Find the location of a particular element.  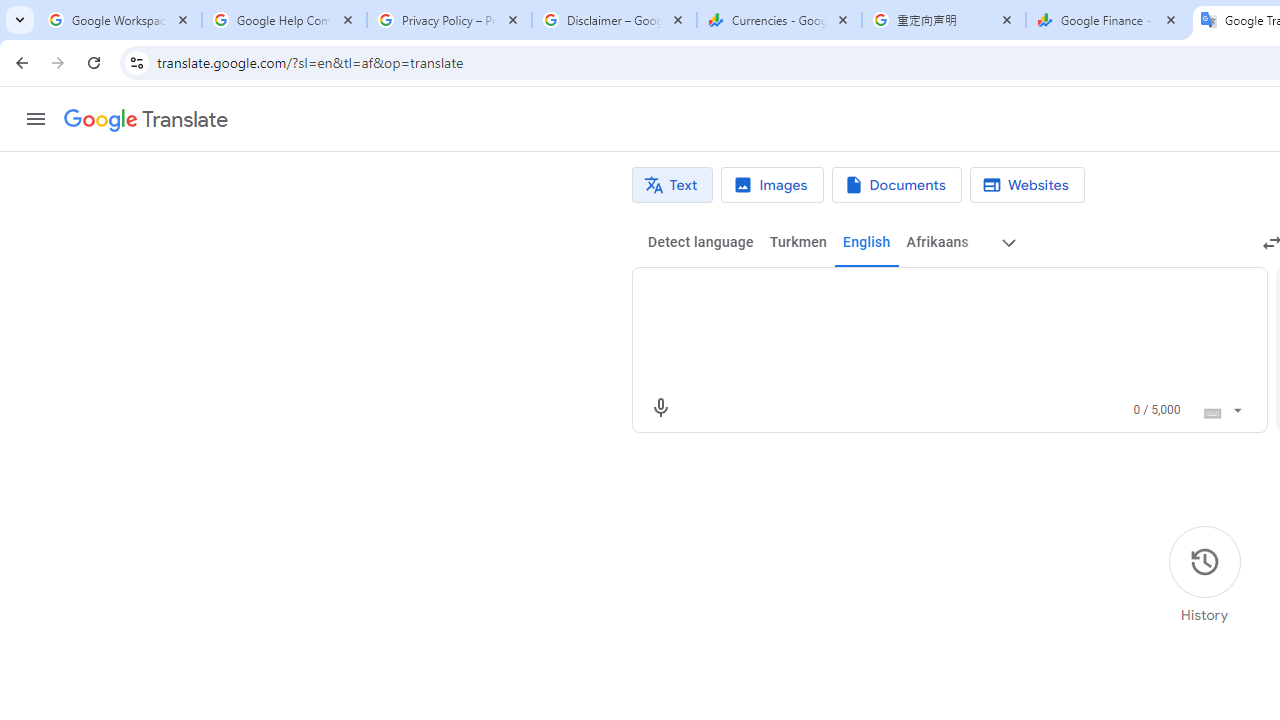

'Google Workspace Admin Community' is located at coordinates (118, 20).